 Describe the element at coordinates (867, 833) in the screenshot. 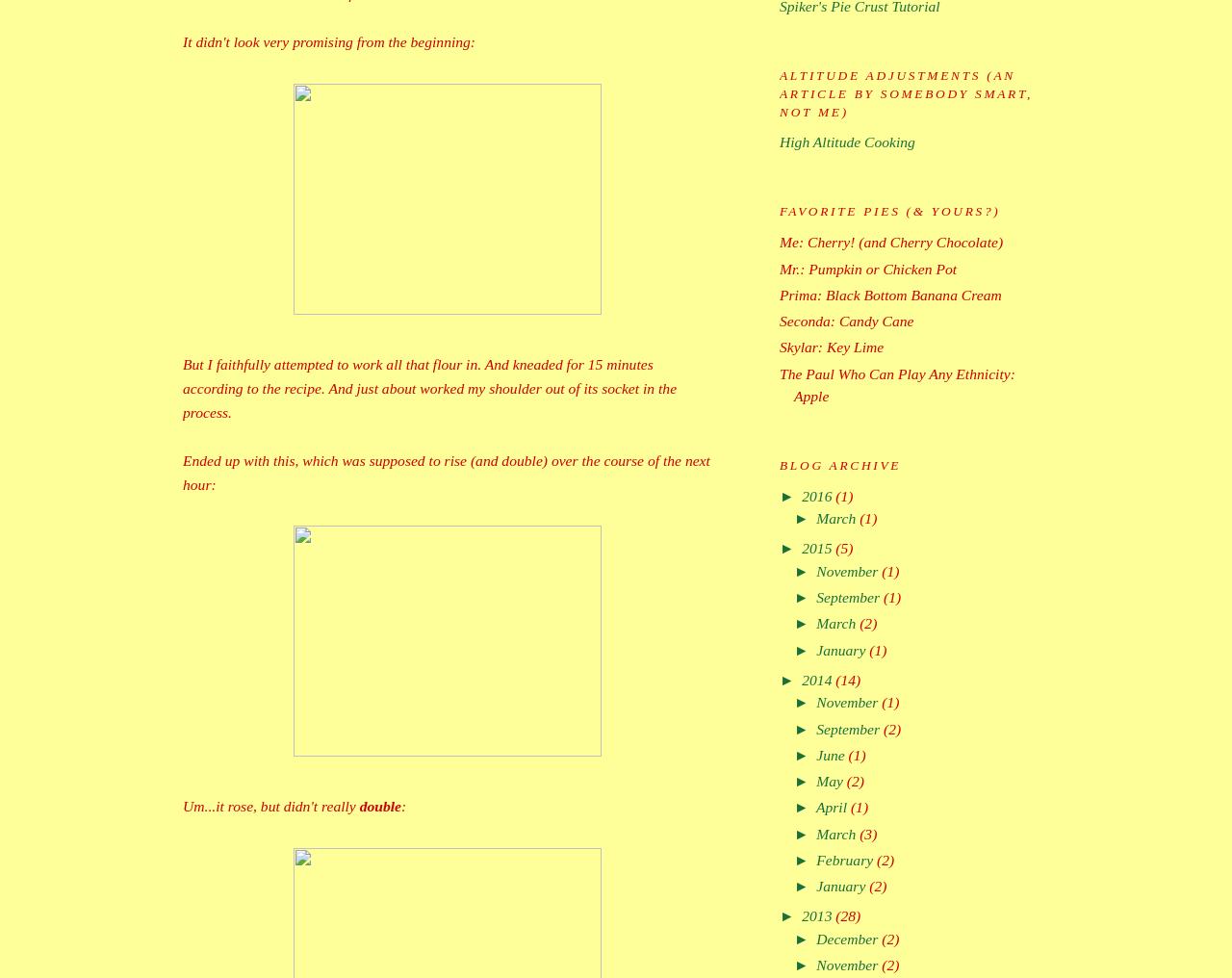

I see `'(3)'` at that location.